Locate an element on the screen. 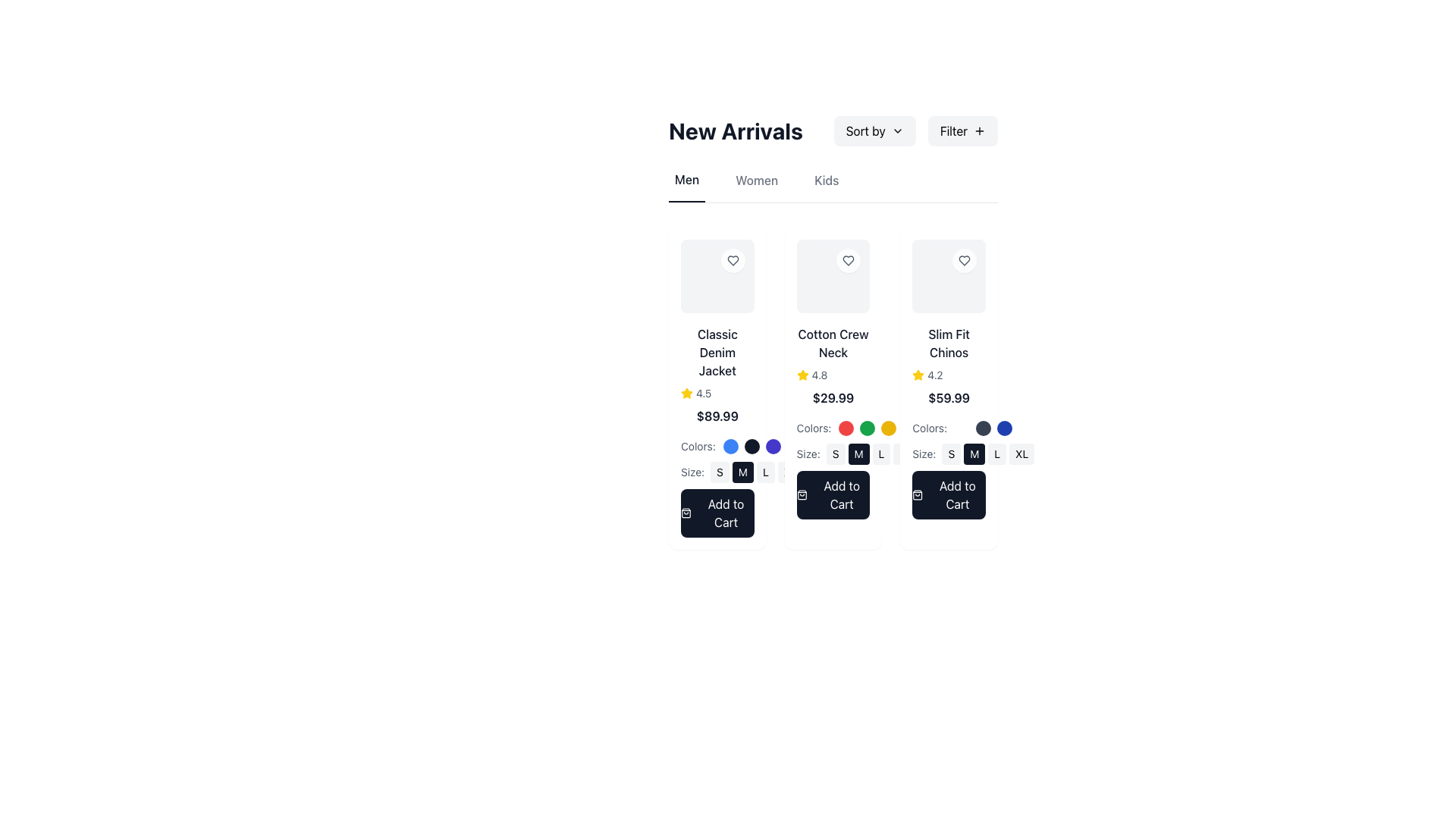 The height and width of the screenshot is (819, 1456). the product card displaying 'Cotton Crew Neck' in the middle column of the 'New Arrivals' section is located at coordinates (833, 388).